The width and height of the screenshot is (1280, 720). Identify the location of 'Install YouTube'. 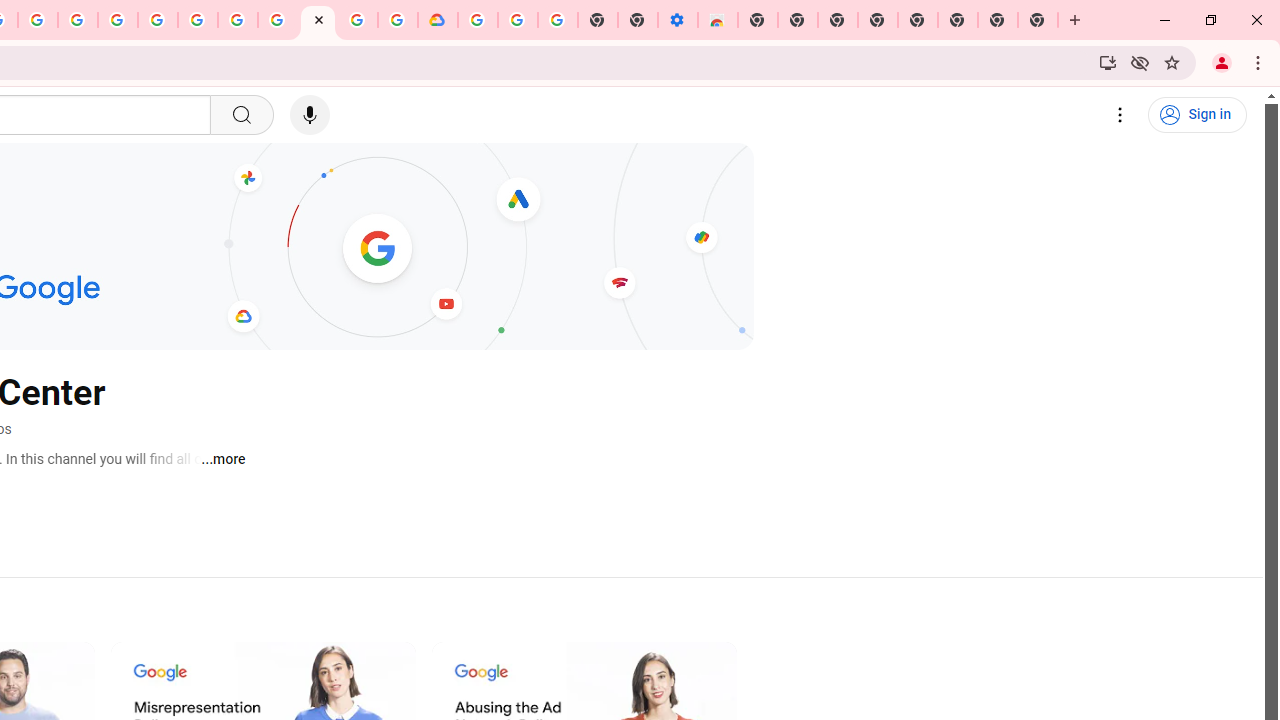
(1106, 61).